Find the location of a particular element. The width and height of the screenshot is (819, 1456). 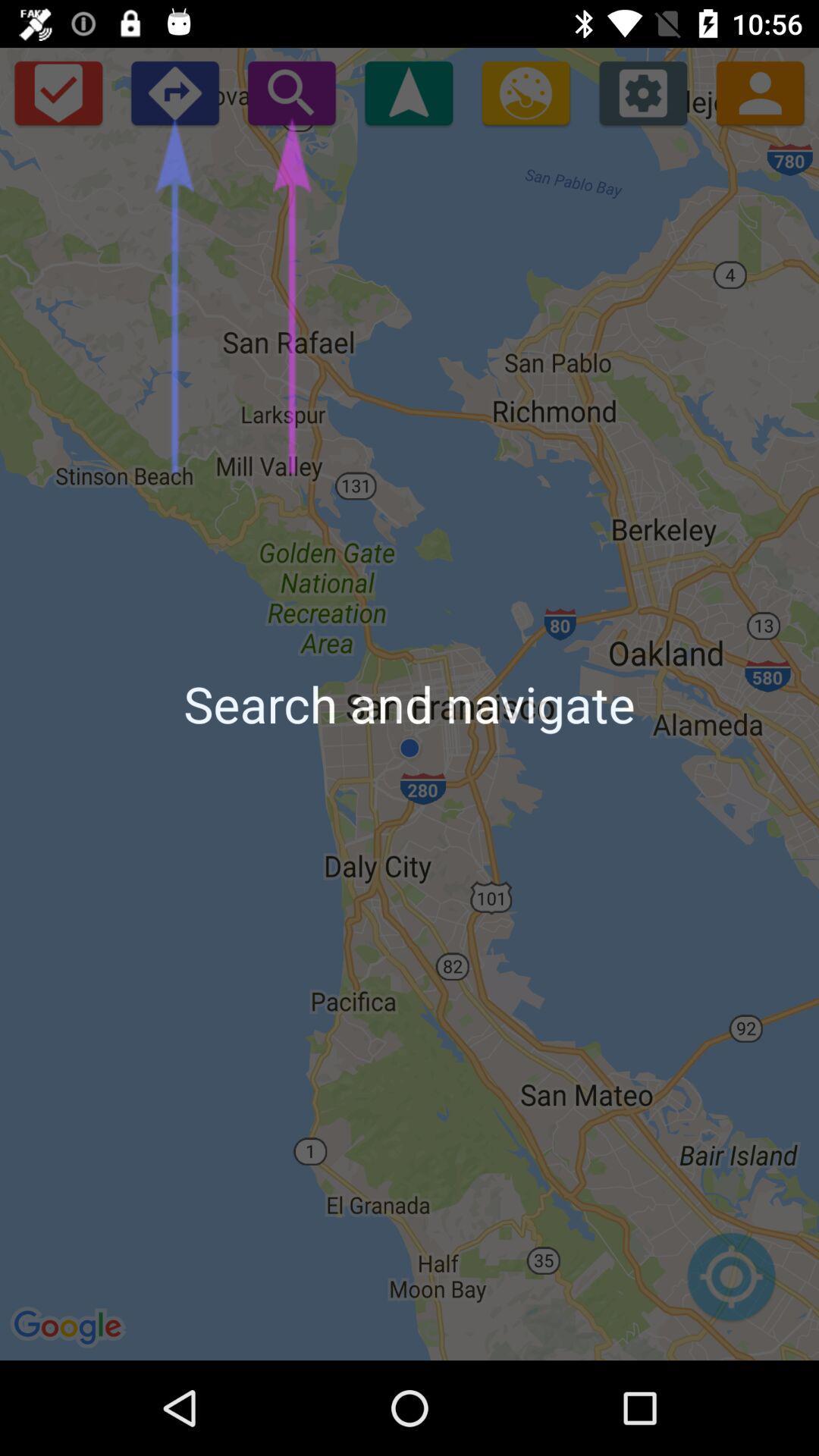

the avatar icon is located at coordinates (760, 92).